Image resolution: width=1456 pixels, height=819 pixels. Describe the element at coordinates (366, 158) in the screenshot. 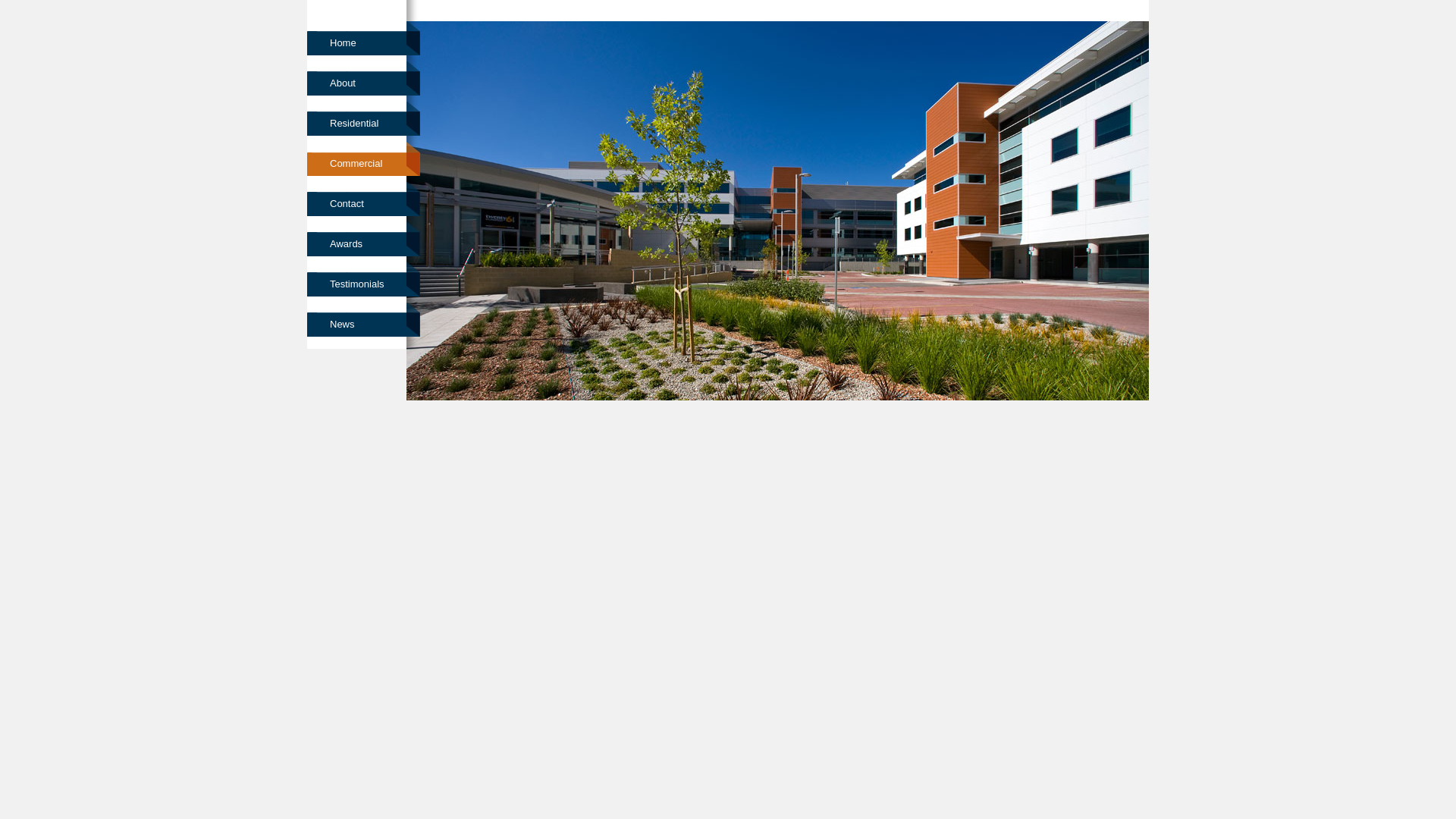

I see `'Commercial'` at that location.